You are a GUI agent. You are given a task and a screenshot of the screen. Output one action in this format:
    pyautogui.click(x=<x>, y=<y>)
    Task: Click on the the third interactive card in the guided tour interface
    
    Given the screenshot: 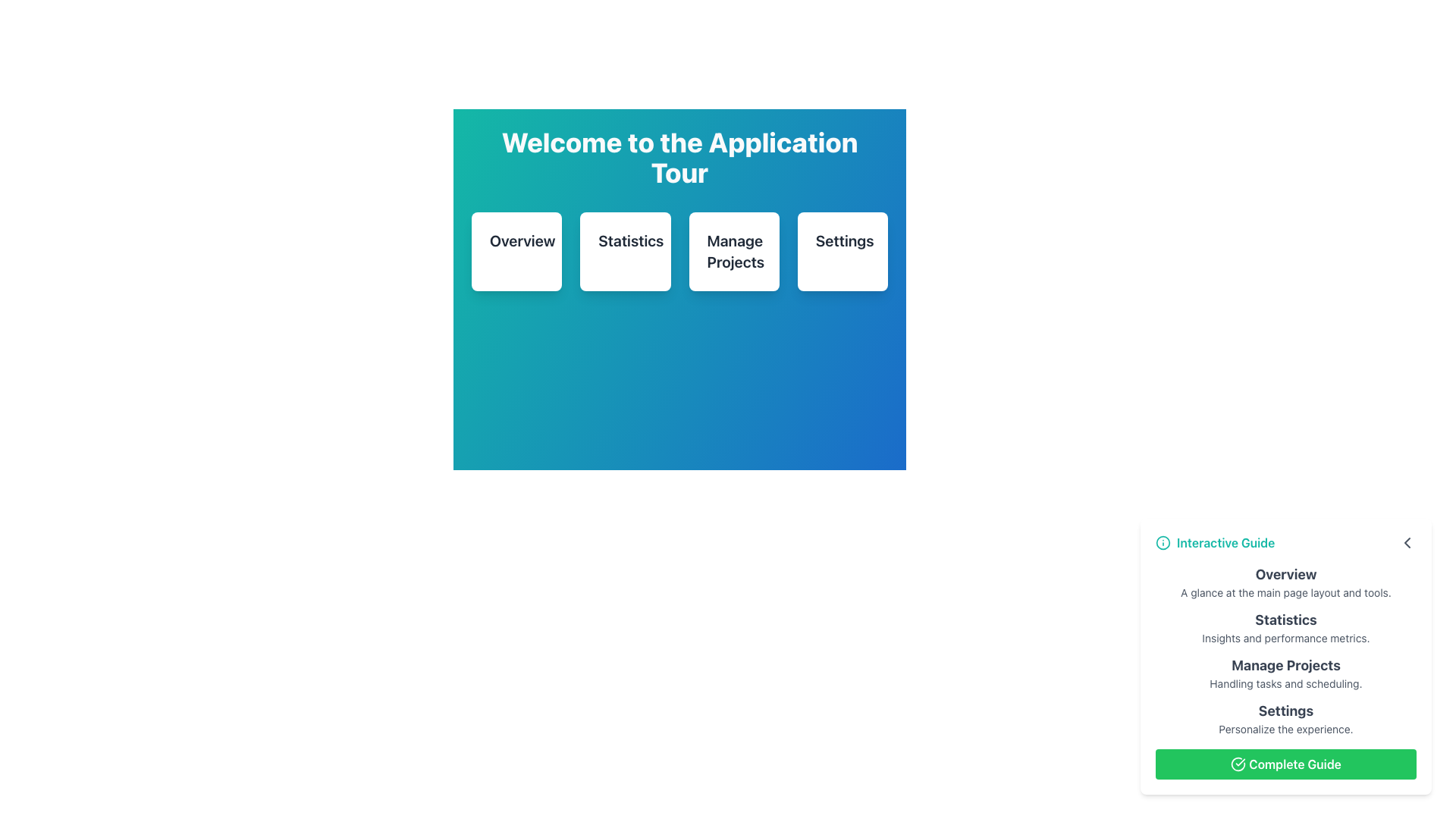 What is the action you would take?
    pyautogui.click(x=679, y=281)
    